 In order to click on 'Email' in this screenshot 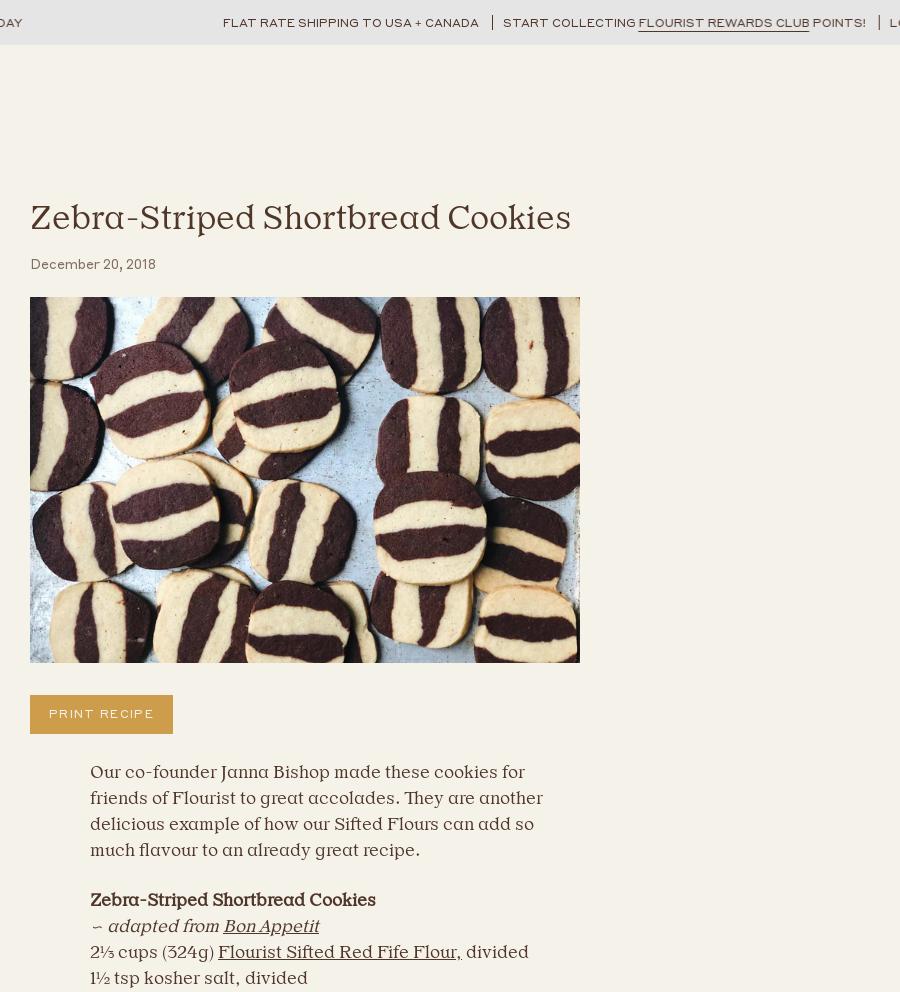, I will do `click(321, 646)`.